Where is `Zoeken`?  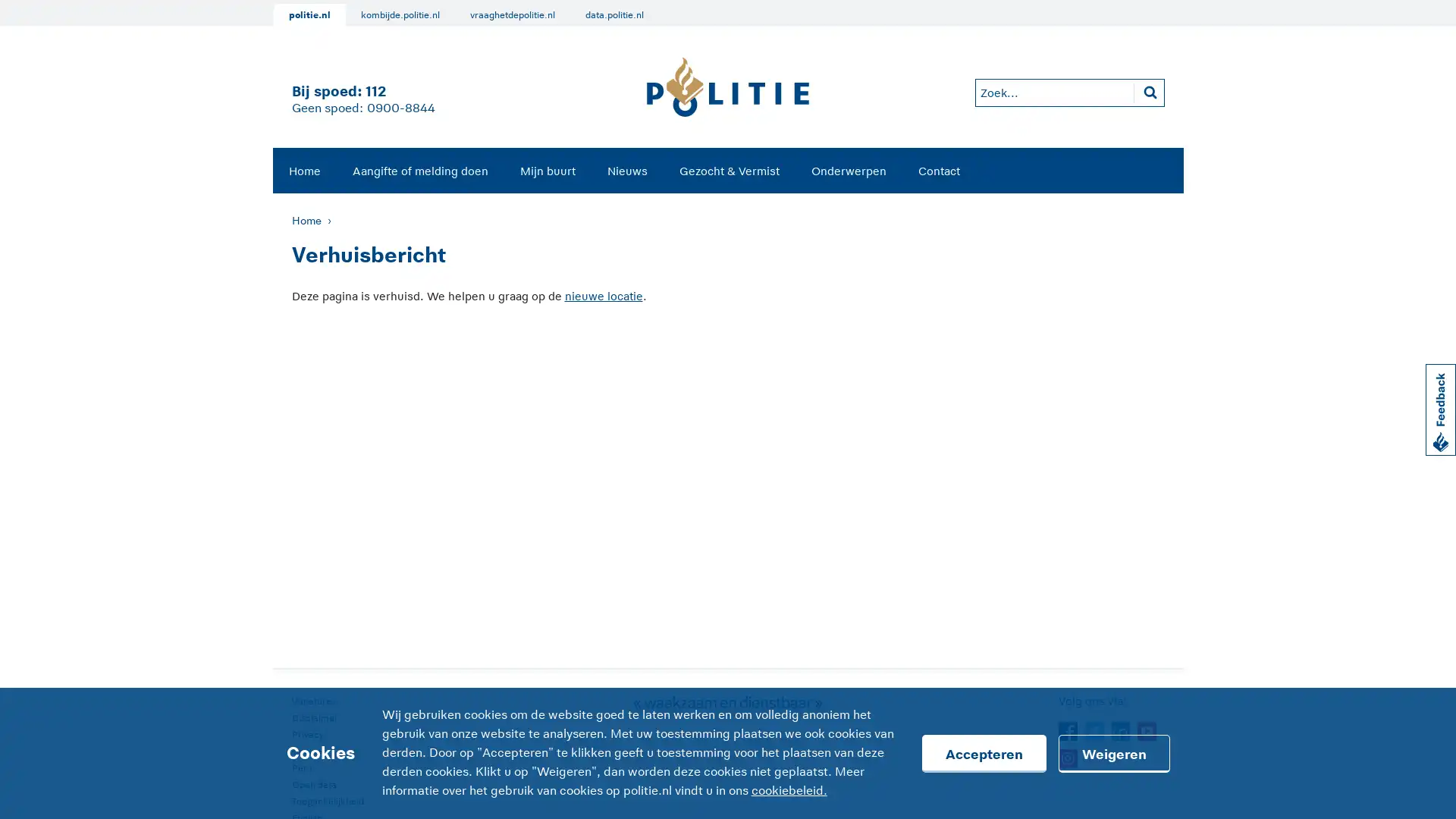 Zoeken is located at coordinates (1145, 93).